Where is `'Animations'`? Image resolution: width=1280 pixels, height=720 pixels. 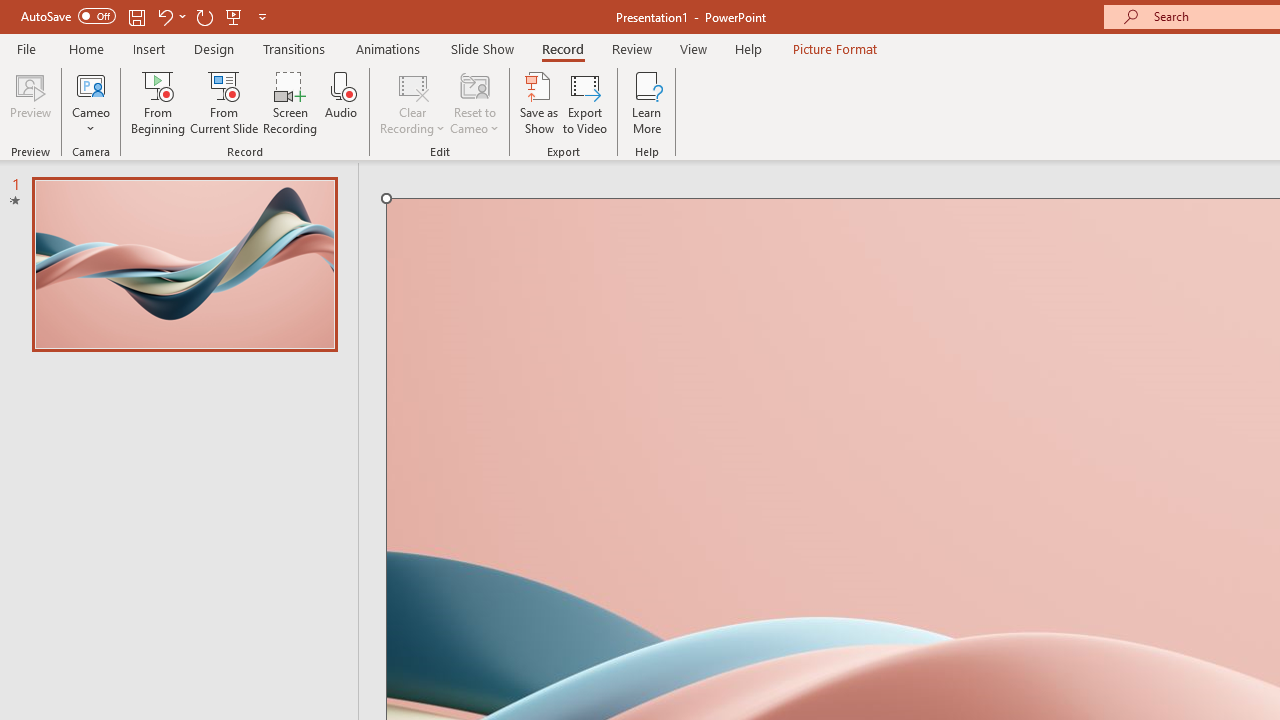
'Animations' is located at coordinates (388, 48).